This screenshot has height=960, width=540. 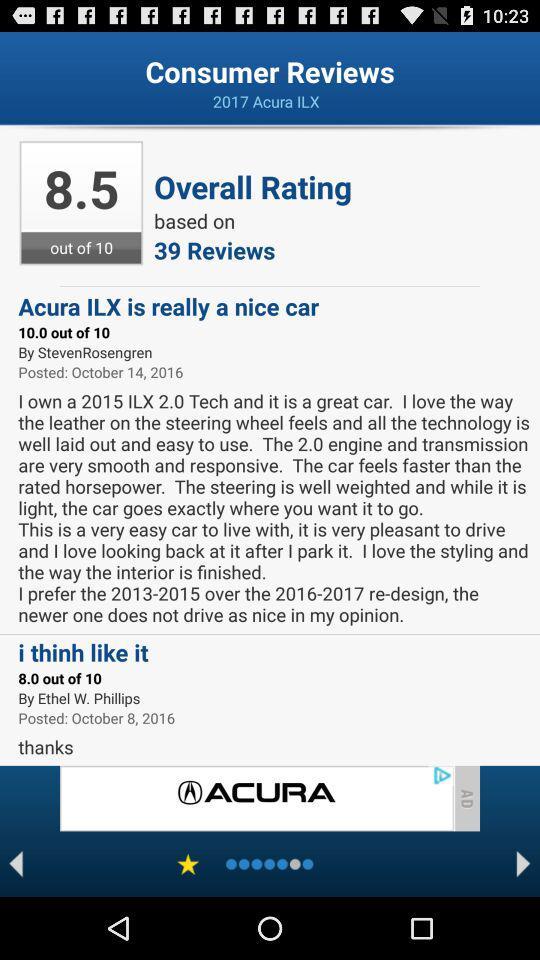 I want to click on see other options, so click(x=523, y=863).